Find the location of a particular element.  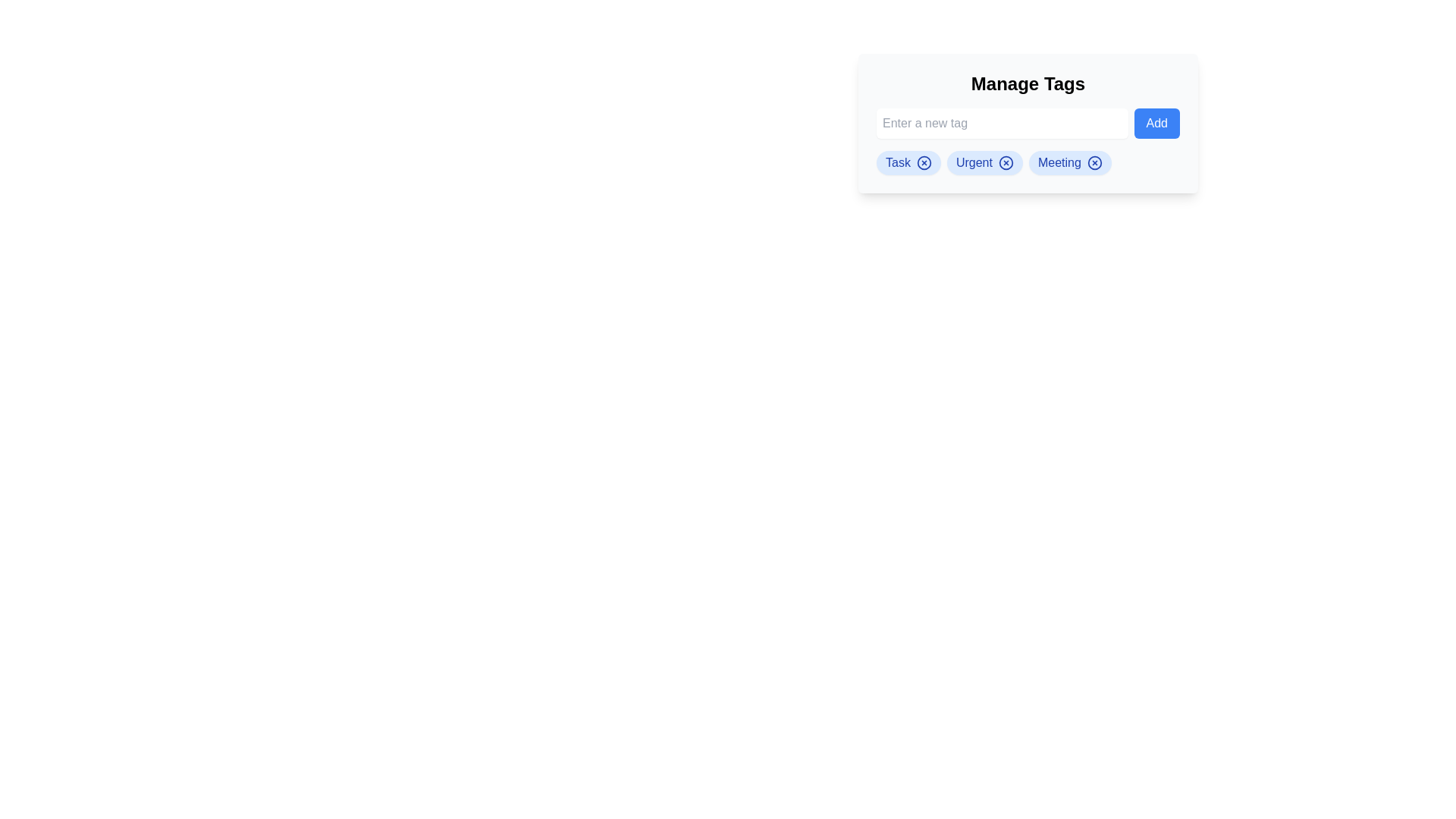

the small circular close icon with an 'X' in the middle located at the end of the 'Urgent' tag is located at coordinates (1006, 163).